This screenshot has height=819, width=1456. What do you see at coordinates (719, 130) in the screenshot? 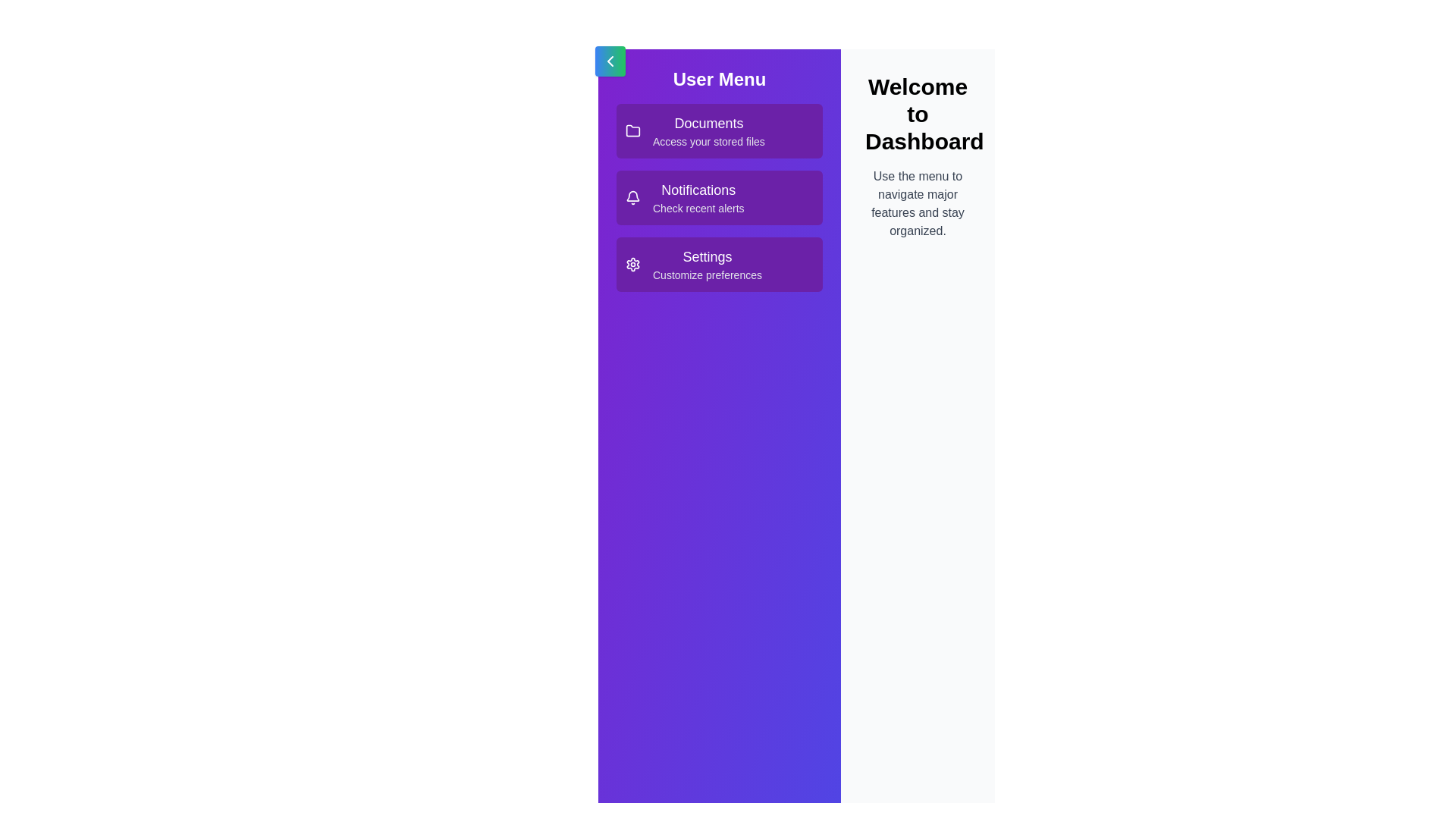
I see `the menu item Documents to navigate to its corresponding section` at bounding box center [719, 130].